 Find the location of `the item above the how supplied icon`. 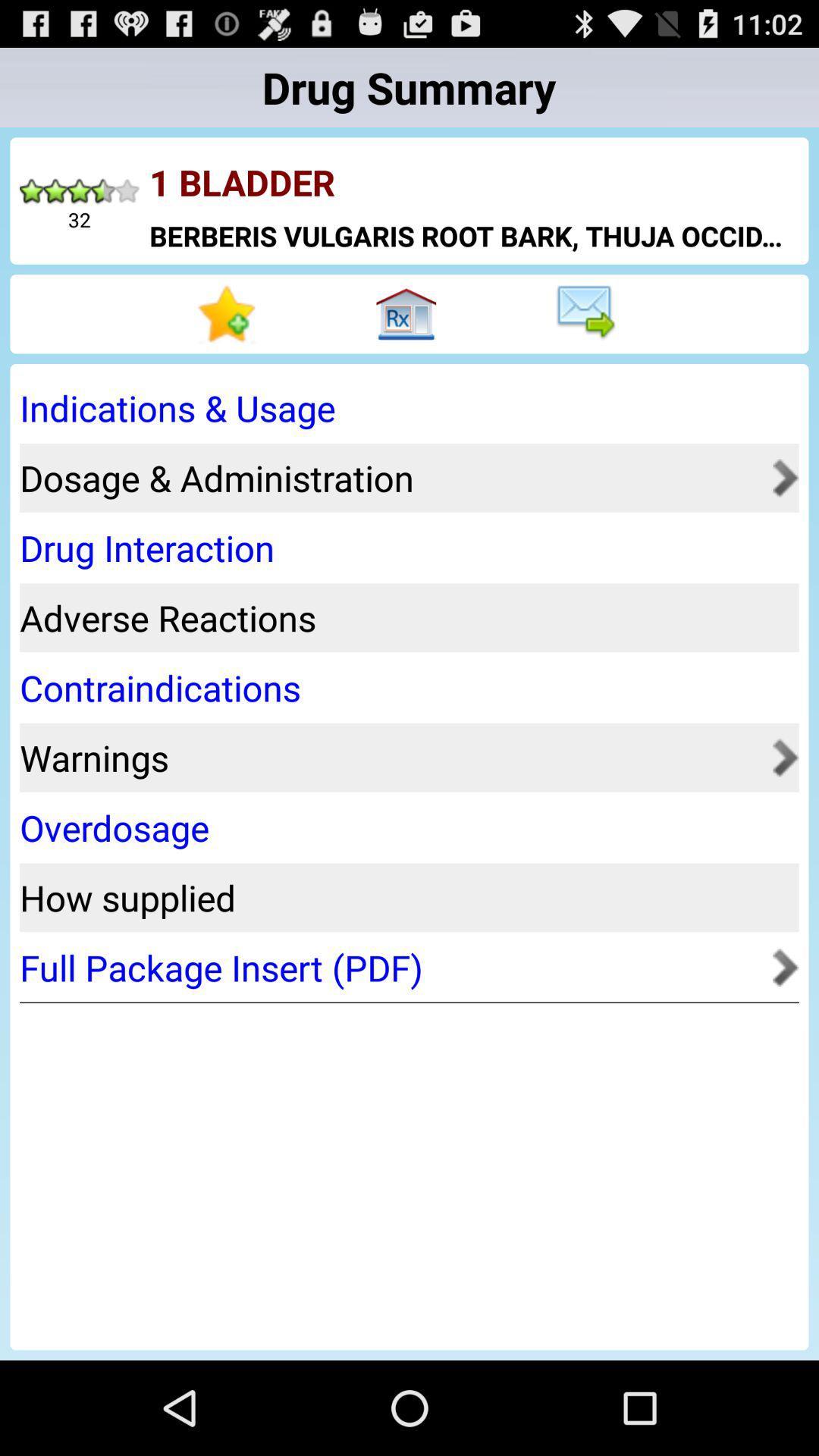

the item above the how supplied icon is located at coordinates (403, 827).